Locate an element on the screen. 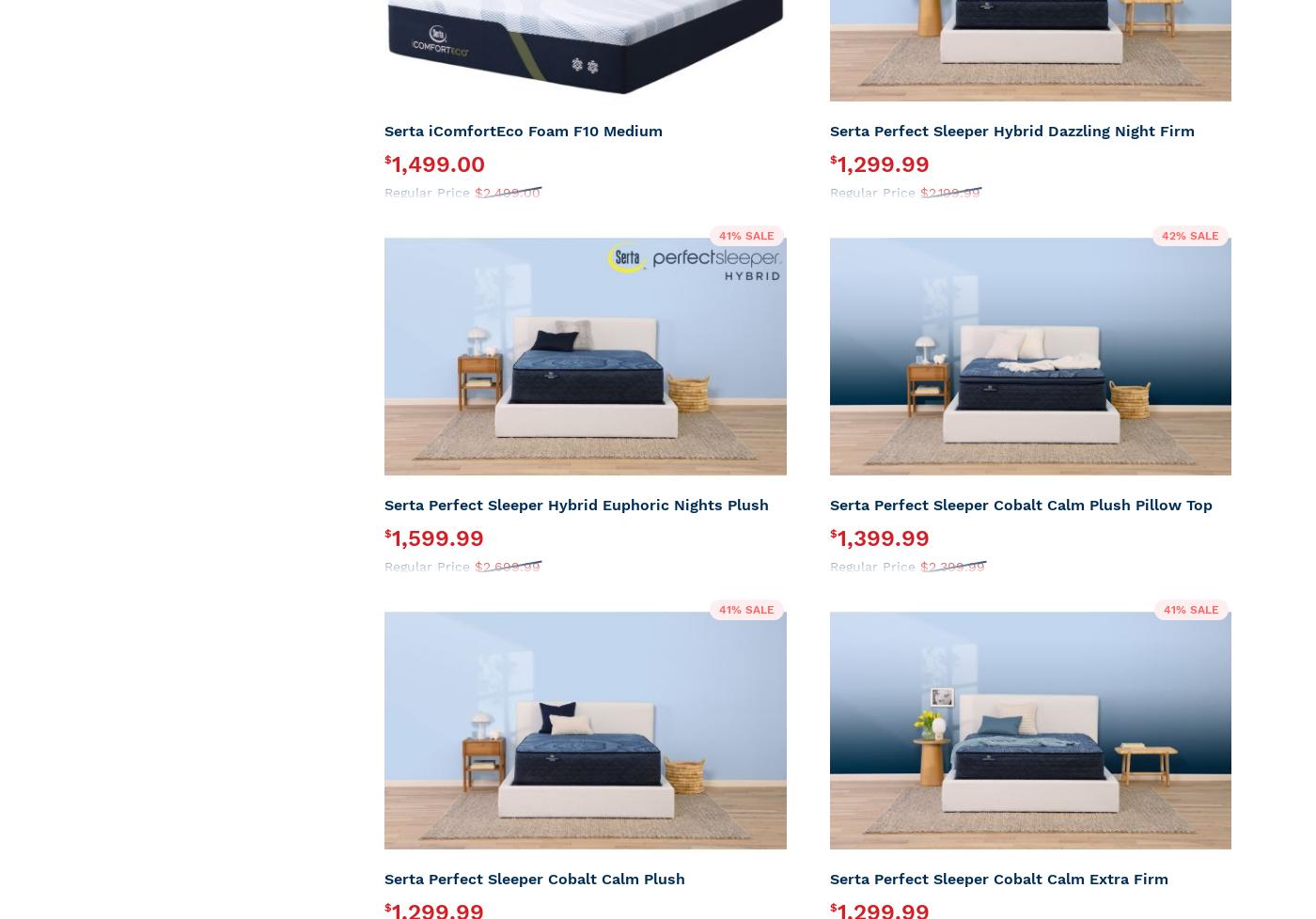 The width and height of the screenshot is (1316, 919). 'Serta Perfect Sleeper Cobalt Calm Extra Firm' is located at coordinates (998, 878).